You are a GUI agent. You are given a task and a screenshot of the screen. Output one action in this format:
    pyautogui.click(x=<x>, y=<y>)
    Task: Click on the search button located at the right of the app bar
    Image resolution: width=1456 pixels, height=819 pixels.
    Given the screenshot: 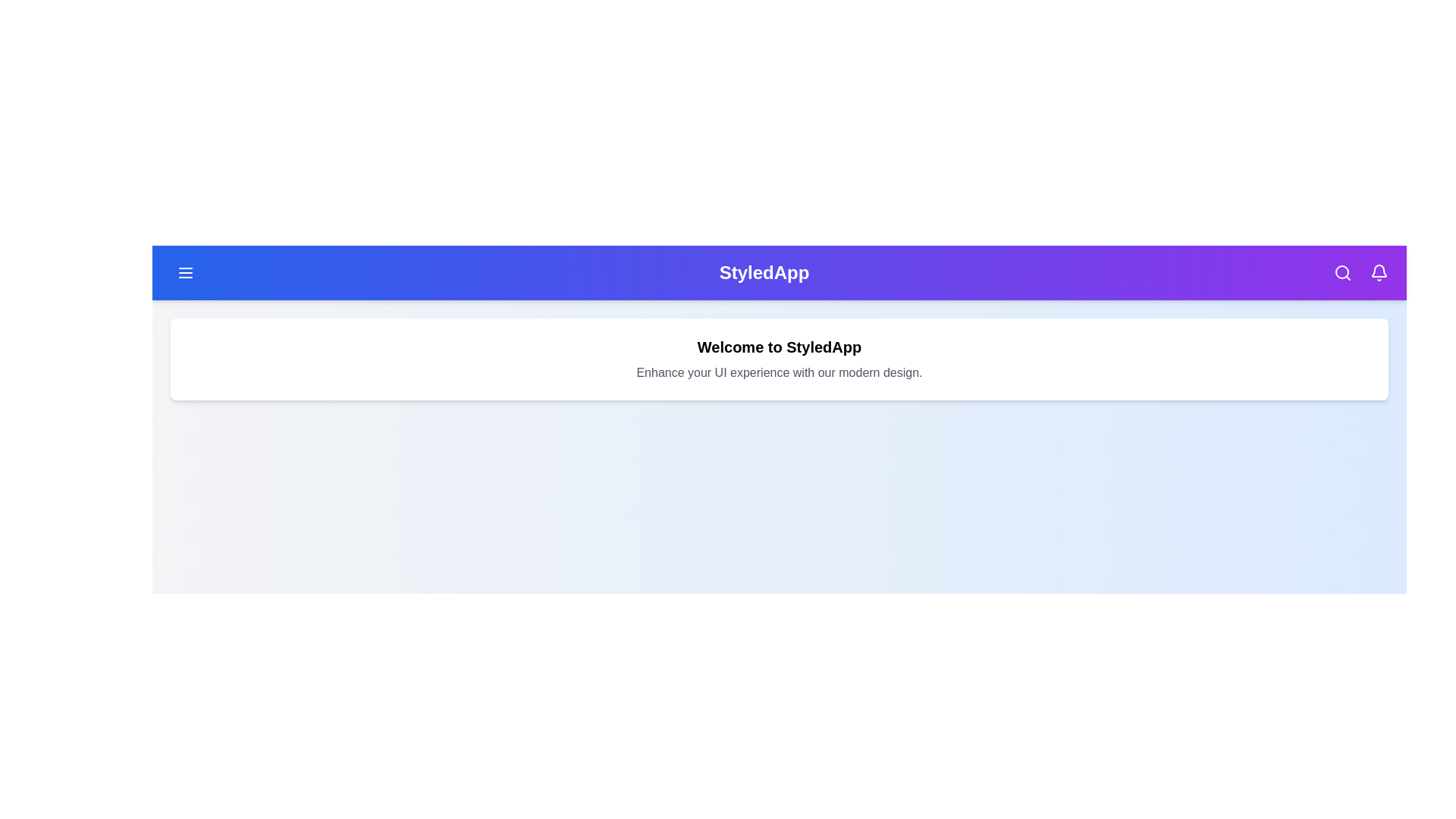 What is the action you would take?
    pyautogui.click(x=1343, y=271)
    